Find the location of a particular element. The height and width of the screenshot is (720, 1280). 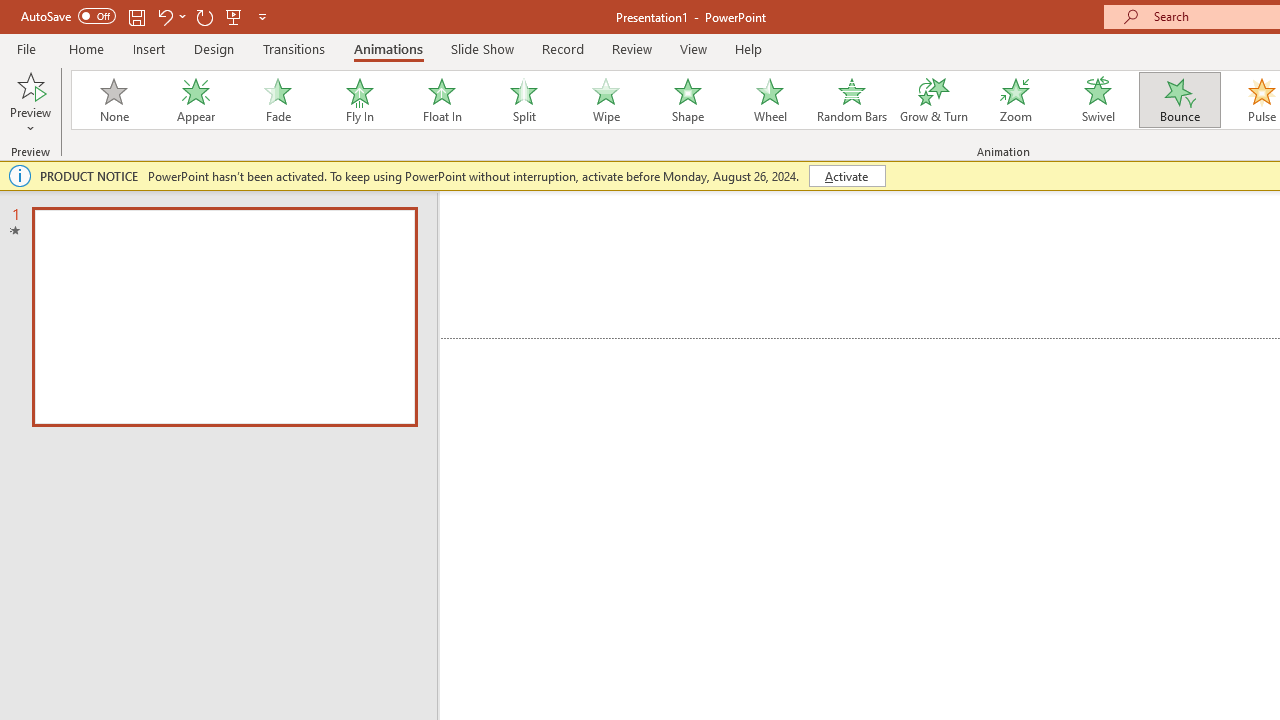

'Wipe' is located at coordinates (604, 100).